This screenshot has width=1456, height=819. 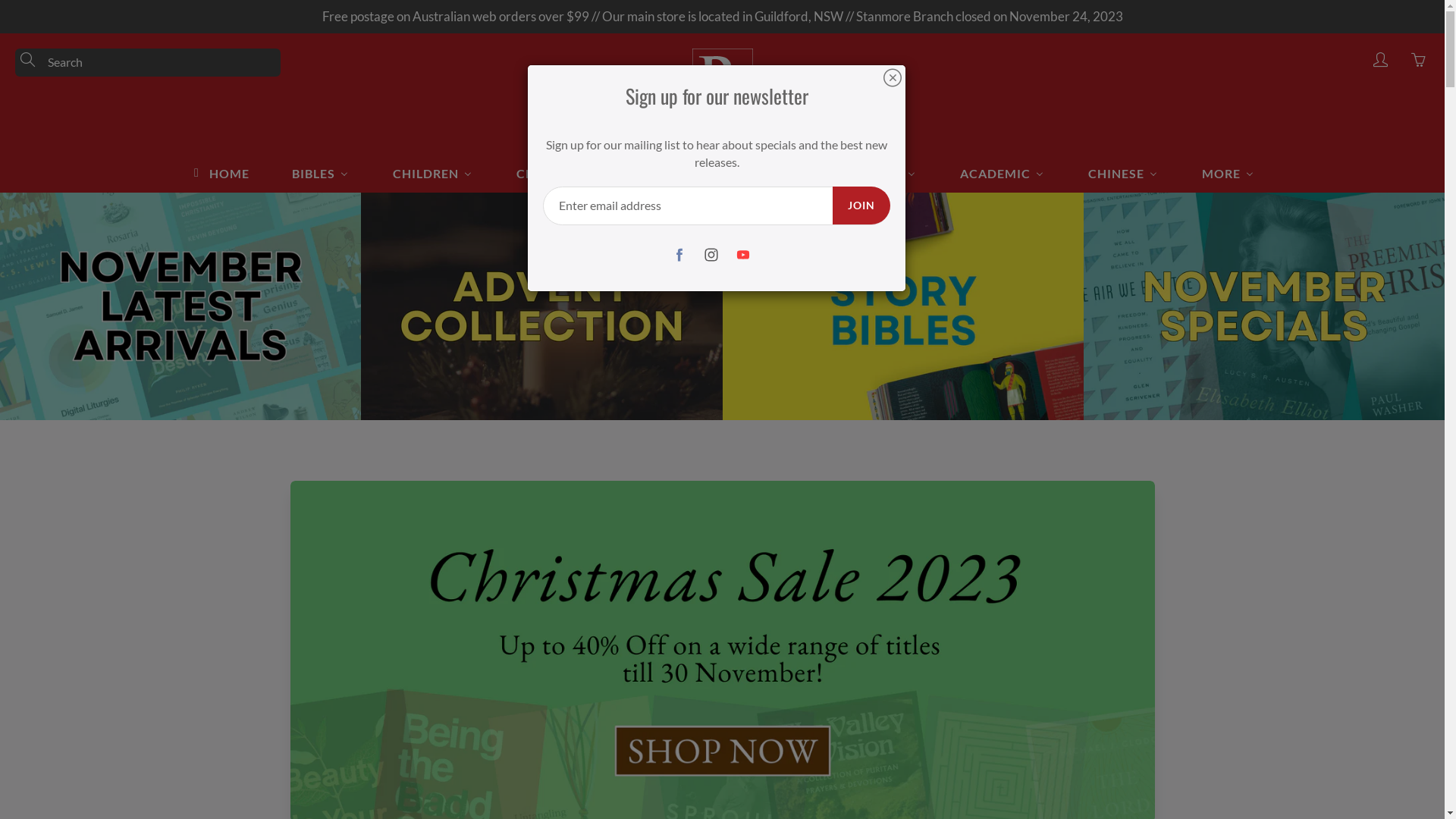 What do you see at coordinates (1379, 58) in the screenshot?
I see `'My account'` at bounding box center [1379, 58].